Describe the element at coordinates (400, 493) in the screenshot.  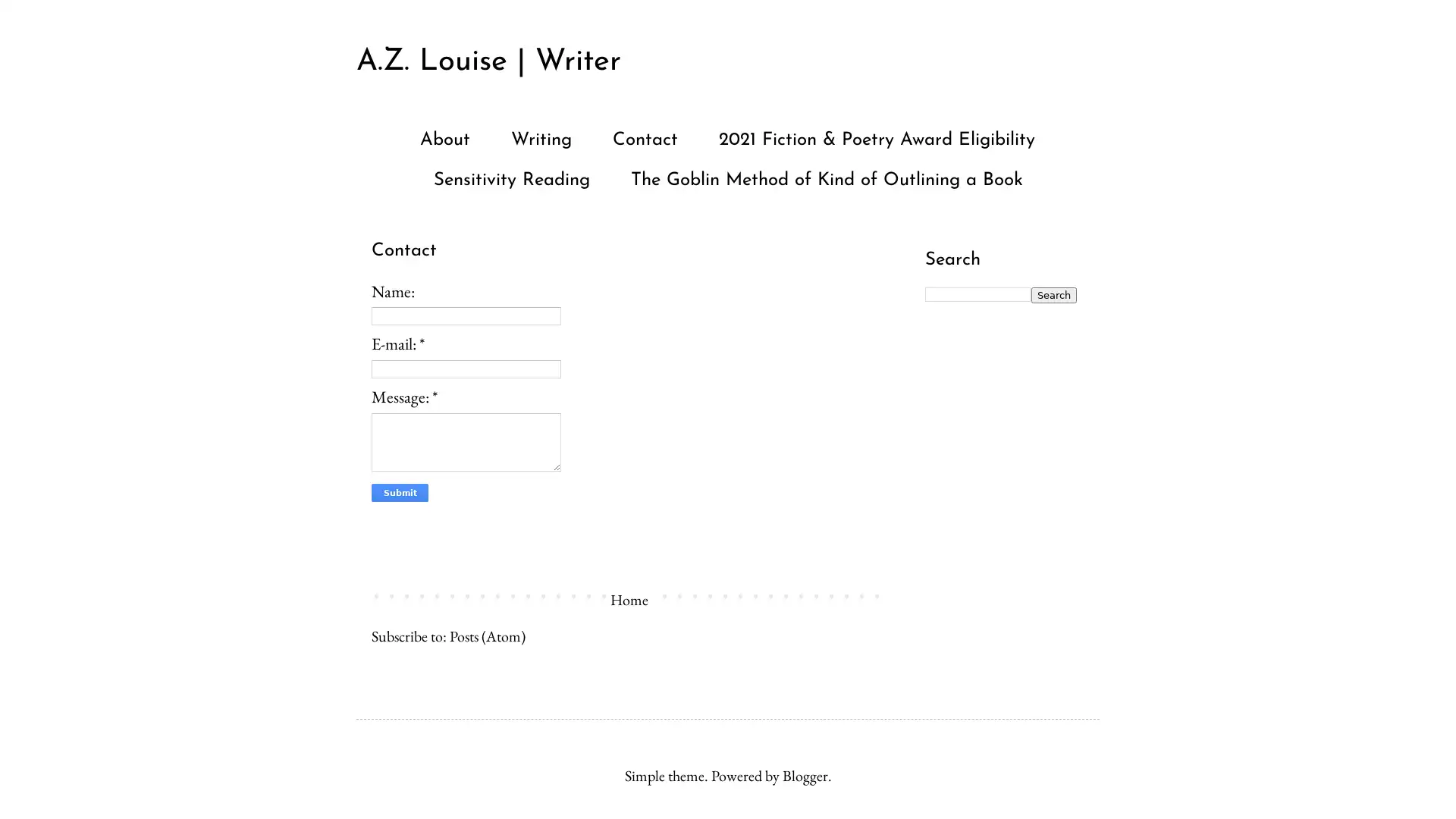
I see `Submit` at that location.